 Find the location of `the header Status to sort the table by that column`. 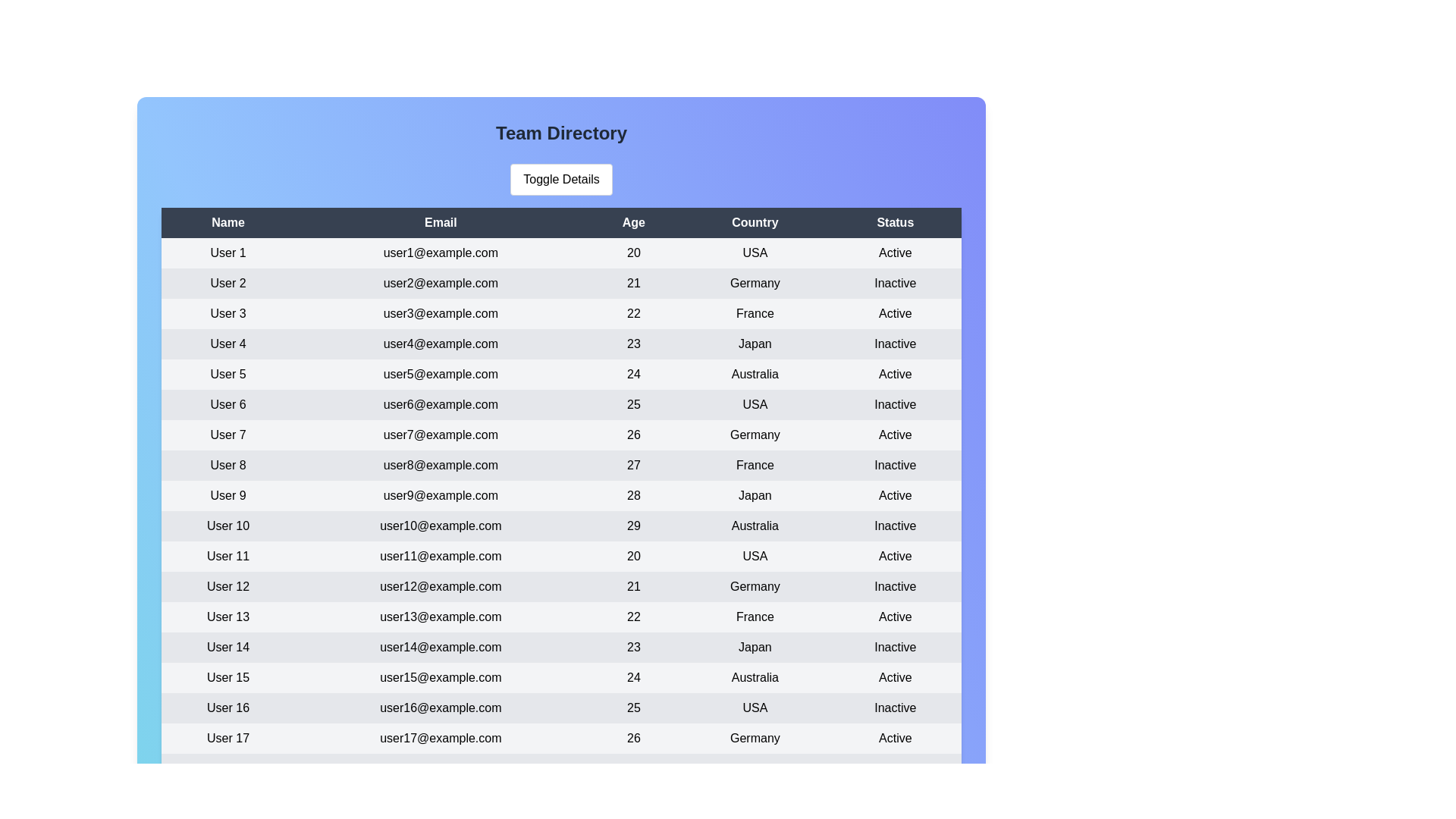

the header Status to sort the table by that column is located at coordinates (895, 222).